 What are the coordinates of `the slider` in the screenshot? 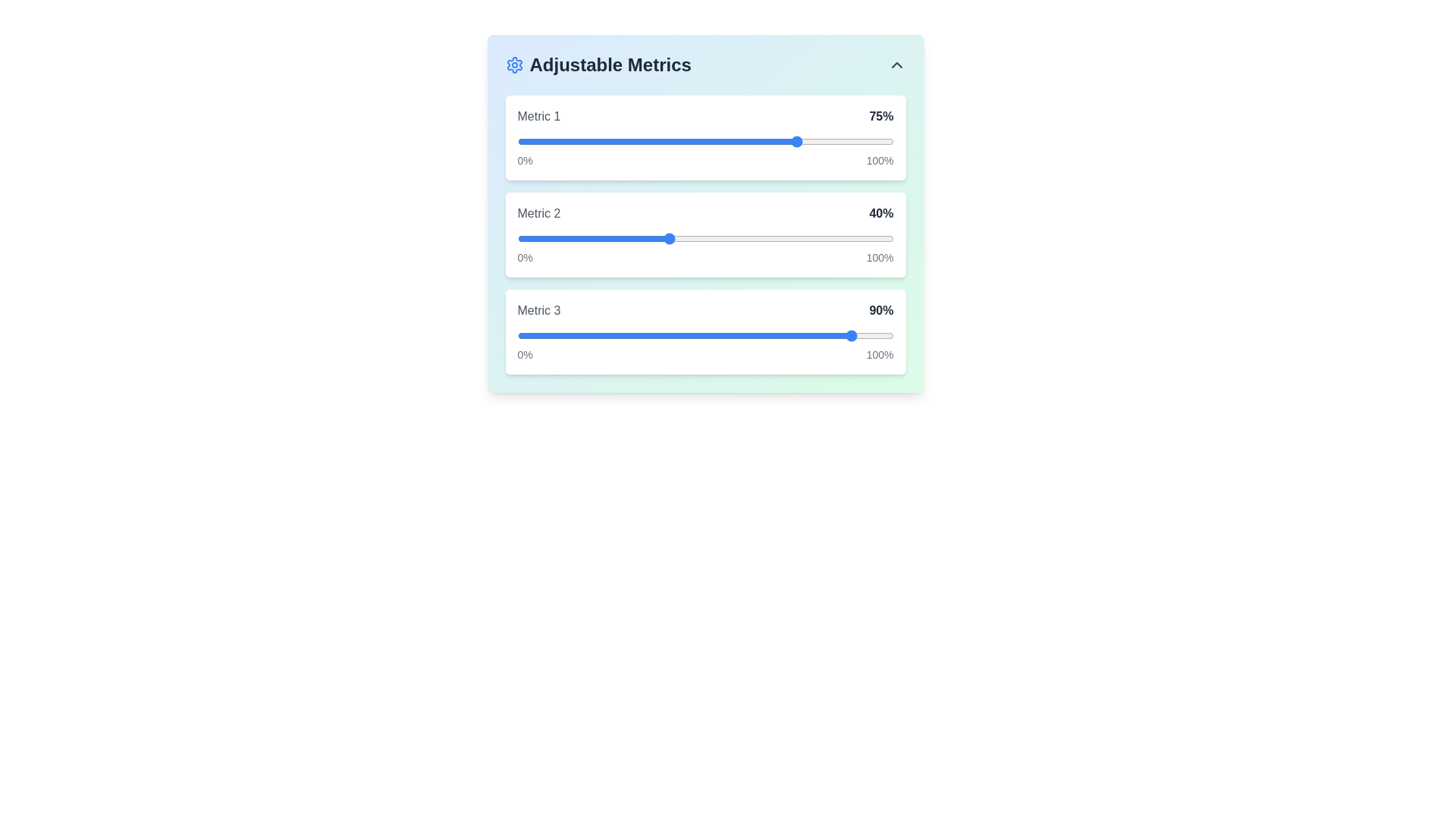 It's located at (634, 141).